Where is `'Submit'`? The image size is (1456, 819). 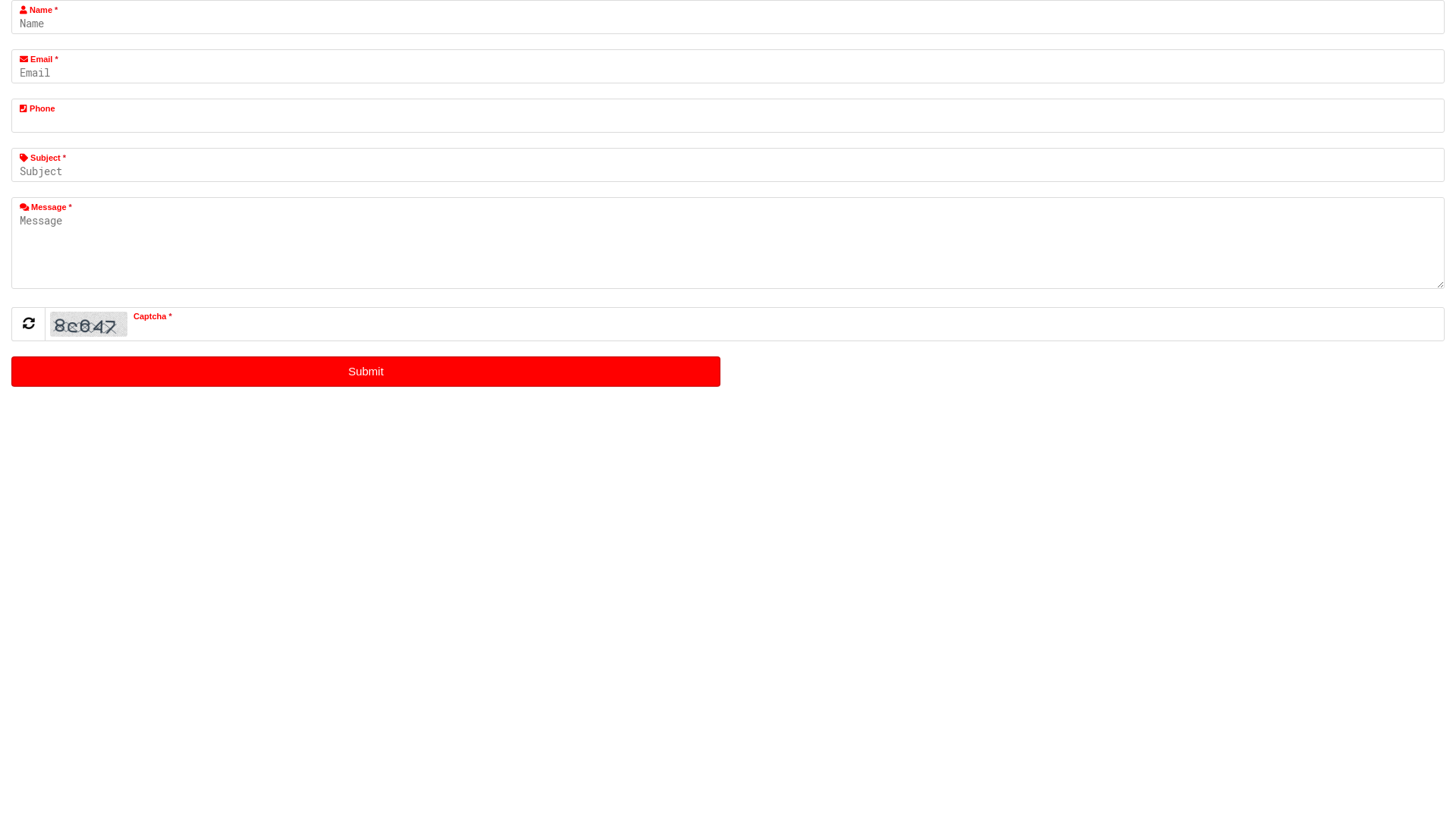
'Submit' is located at coordinates (366, 371).